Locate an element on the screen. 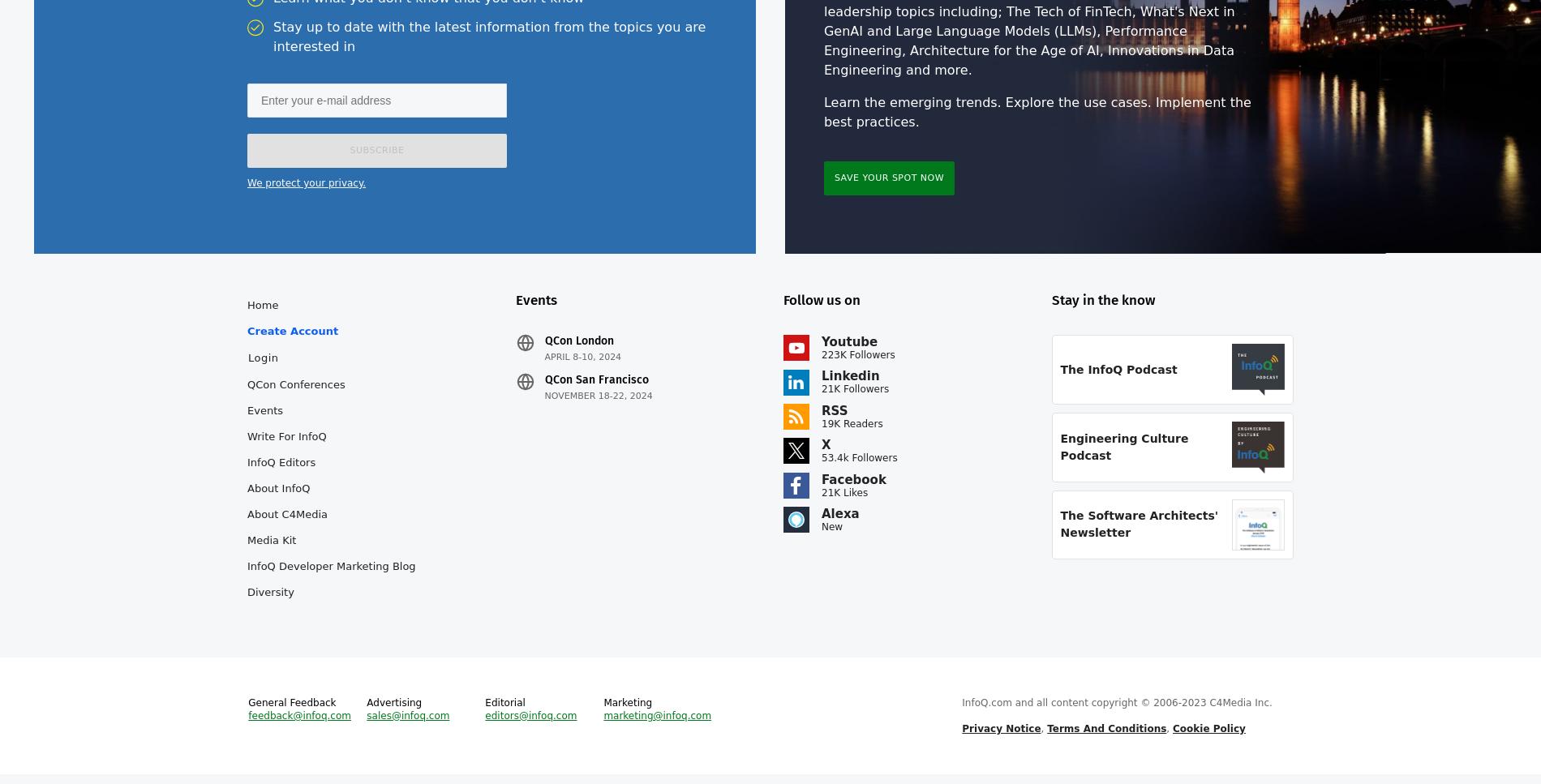  '53.4k Followers' is located at coordinates (859, 467).